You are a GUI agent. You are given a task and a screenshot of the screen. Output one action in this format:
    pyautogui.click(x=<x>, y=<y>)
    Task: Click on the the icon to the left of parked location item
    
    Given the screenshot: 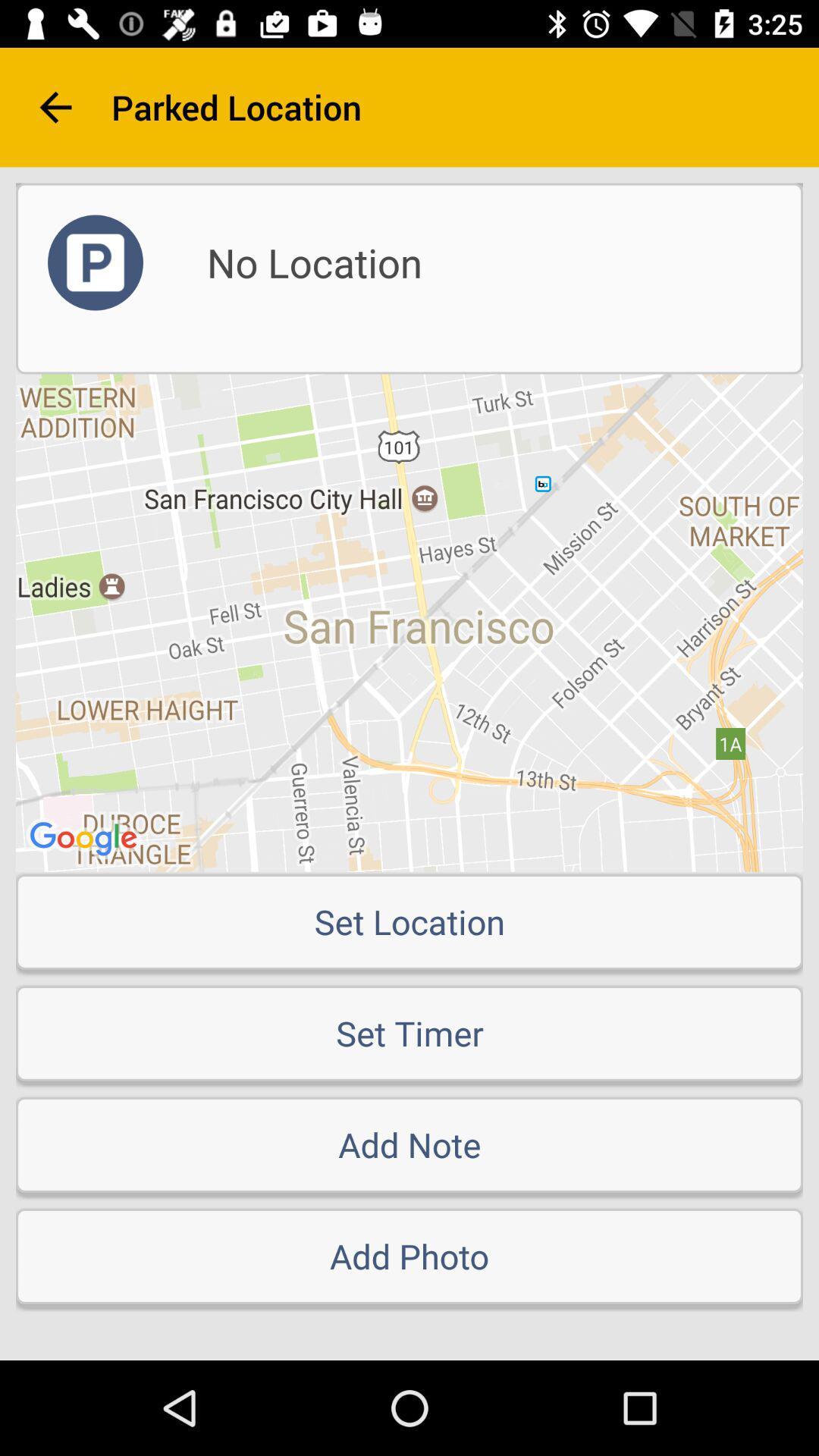 What is the action you would take?
    pyautogui.click(x=55, y=106)
    